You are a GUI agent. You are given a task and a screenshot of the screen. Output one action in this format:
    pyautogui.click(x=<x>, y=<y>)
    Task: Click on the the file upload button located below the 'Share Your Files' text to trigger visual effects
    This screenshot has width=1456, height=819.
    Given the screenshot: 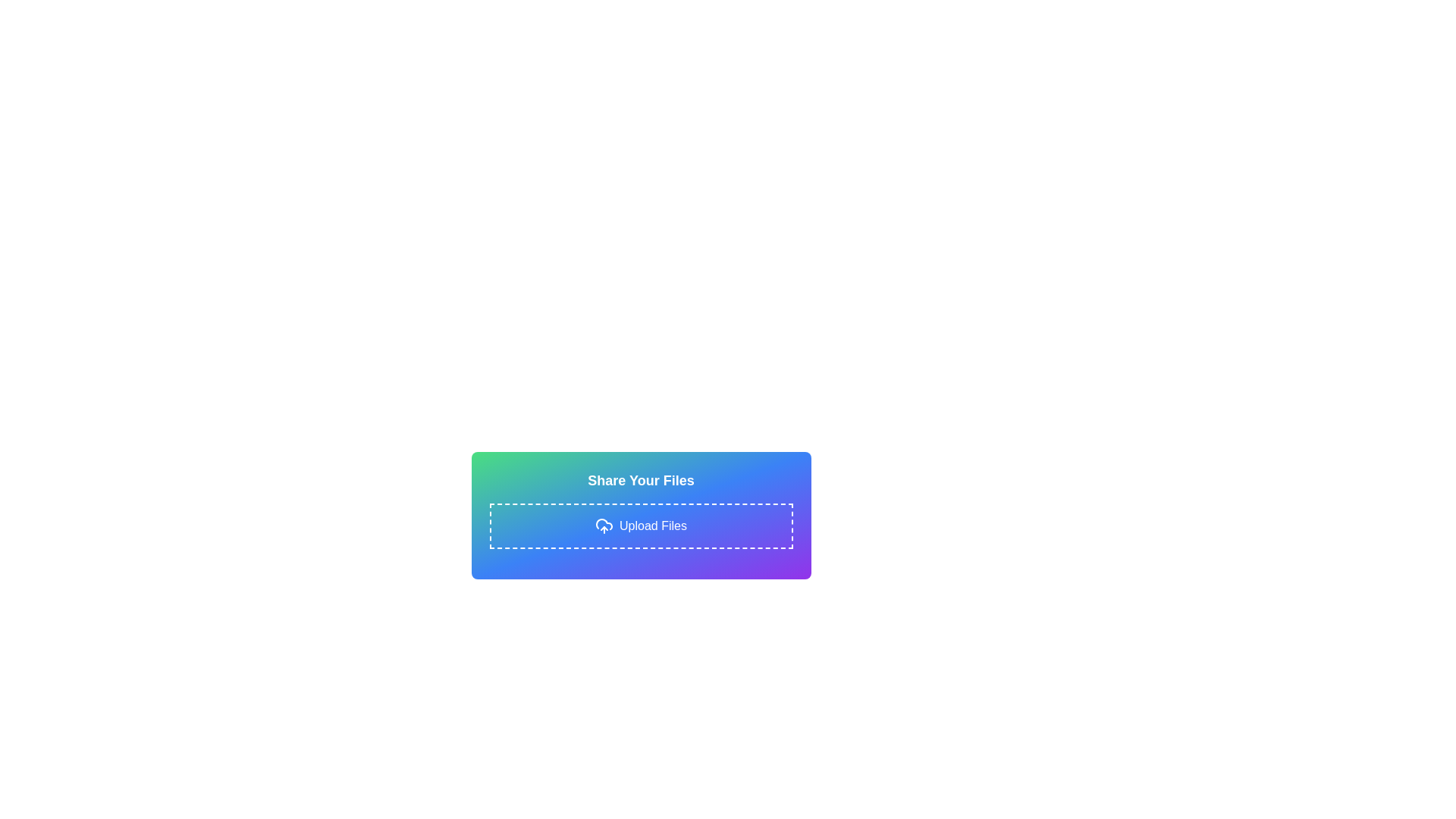 What is the action you would take?
    pyautogui.click(x=641, y=526)
    